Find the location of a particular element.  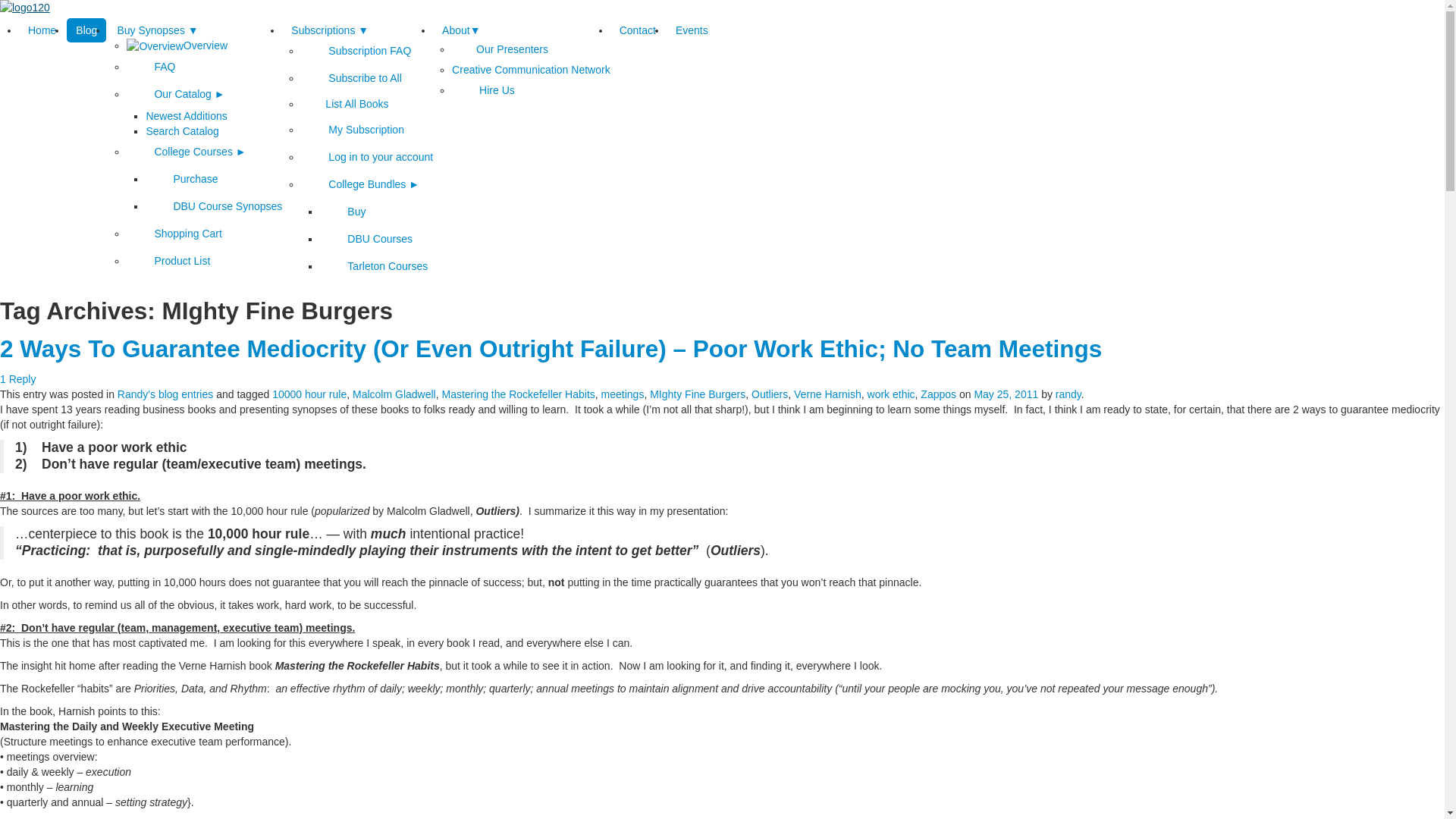

'Search Catalog' is located at coordinates (182, 130).